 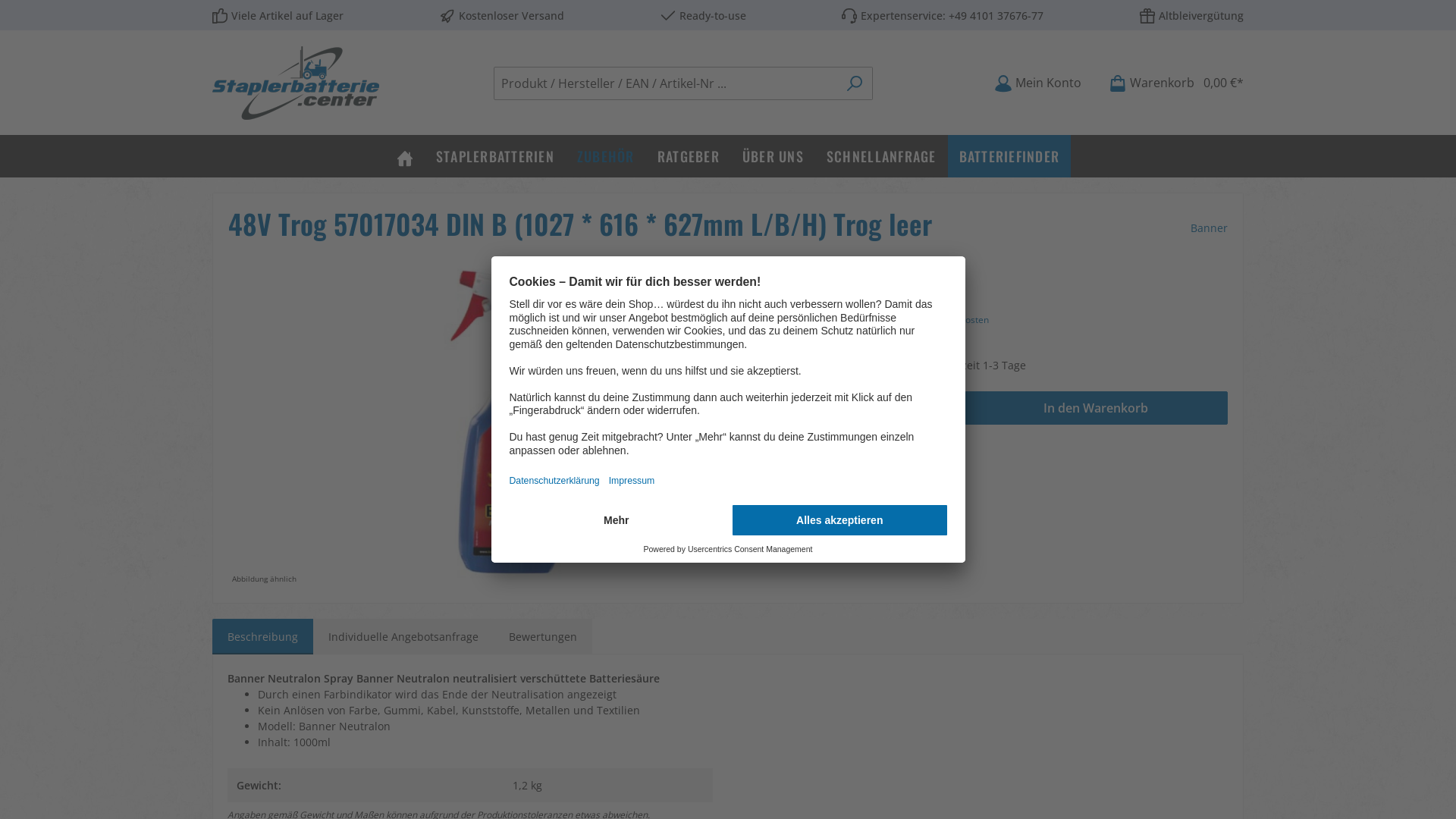 What do you see at coordinates (948, 14) in the screenshot?
I see `'+49 4101 37676-77'` at bounding box center [948, 14].